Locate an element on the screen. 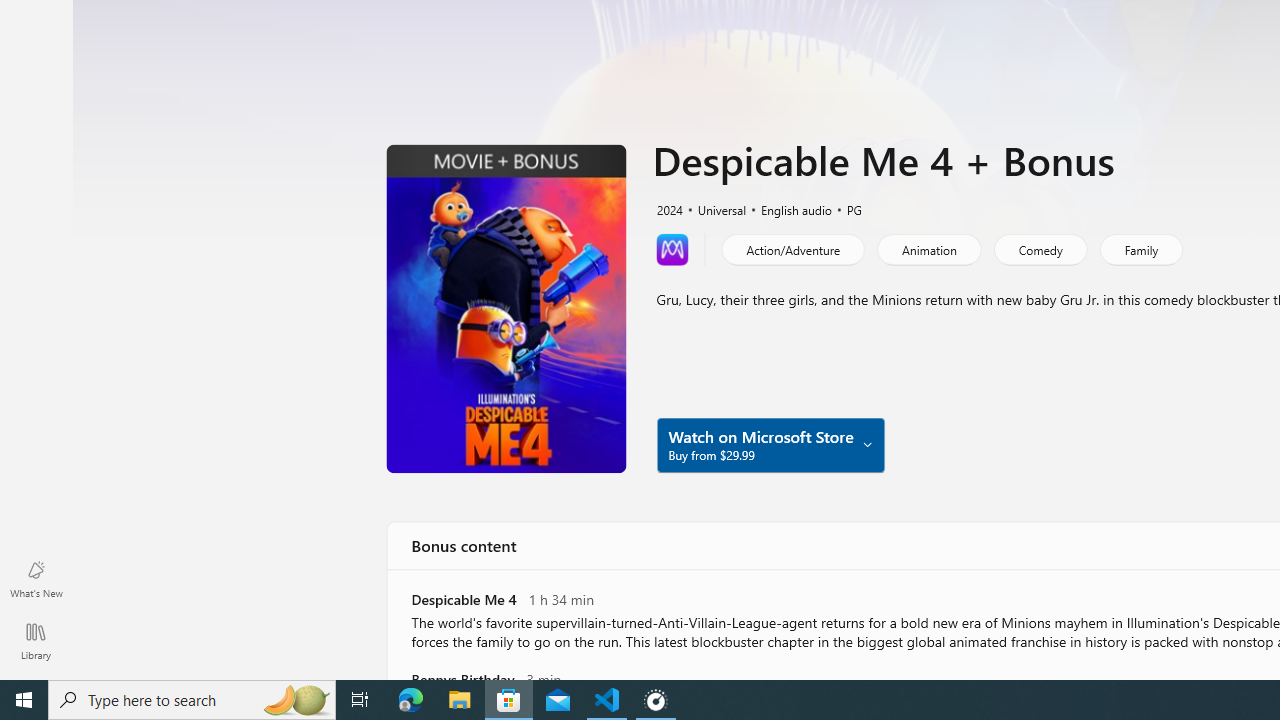 The width and height of the screenshot is (1280, 720). 'Animation' is located at coordinates (927, 248).